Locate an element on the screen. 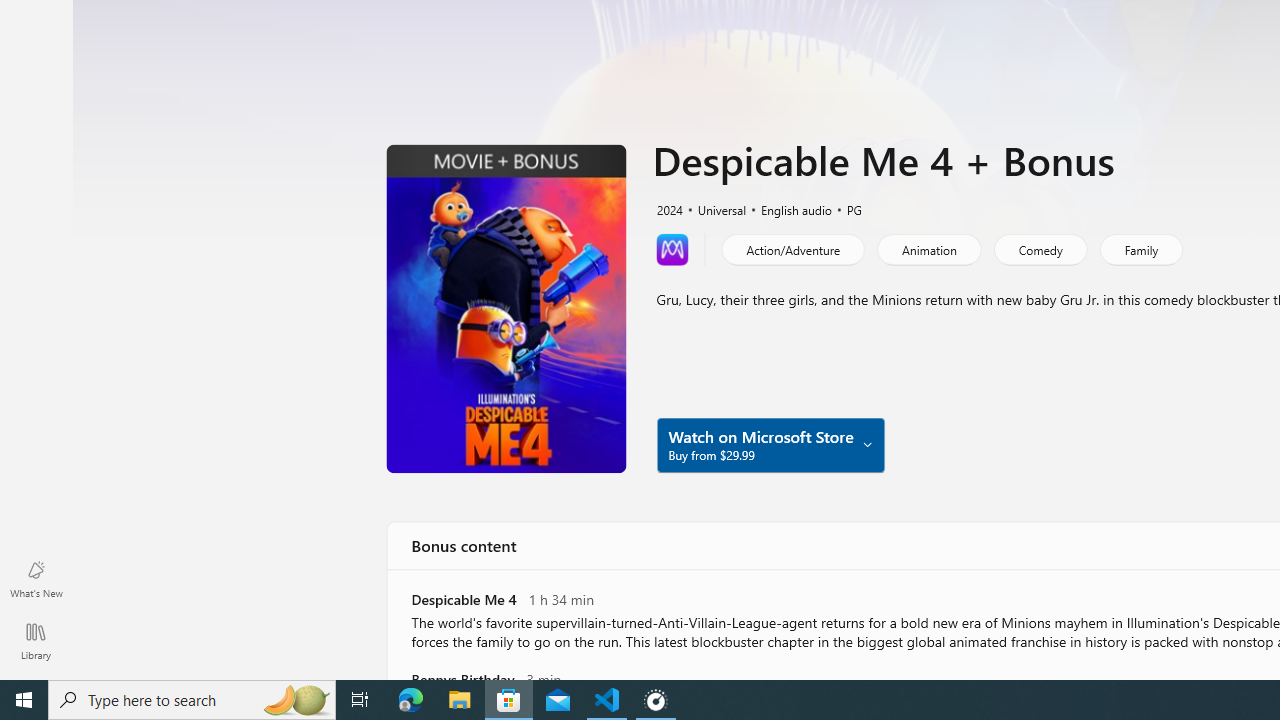 The width and height of the screenshot is (1280, 720). 'Animation' is located at coordinates (927, 248).